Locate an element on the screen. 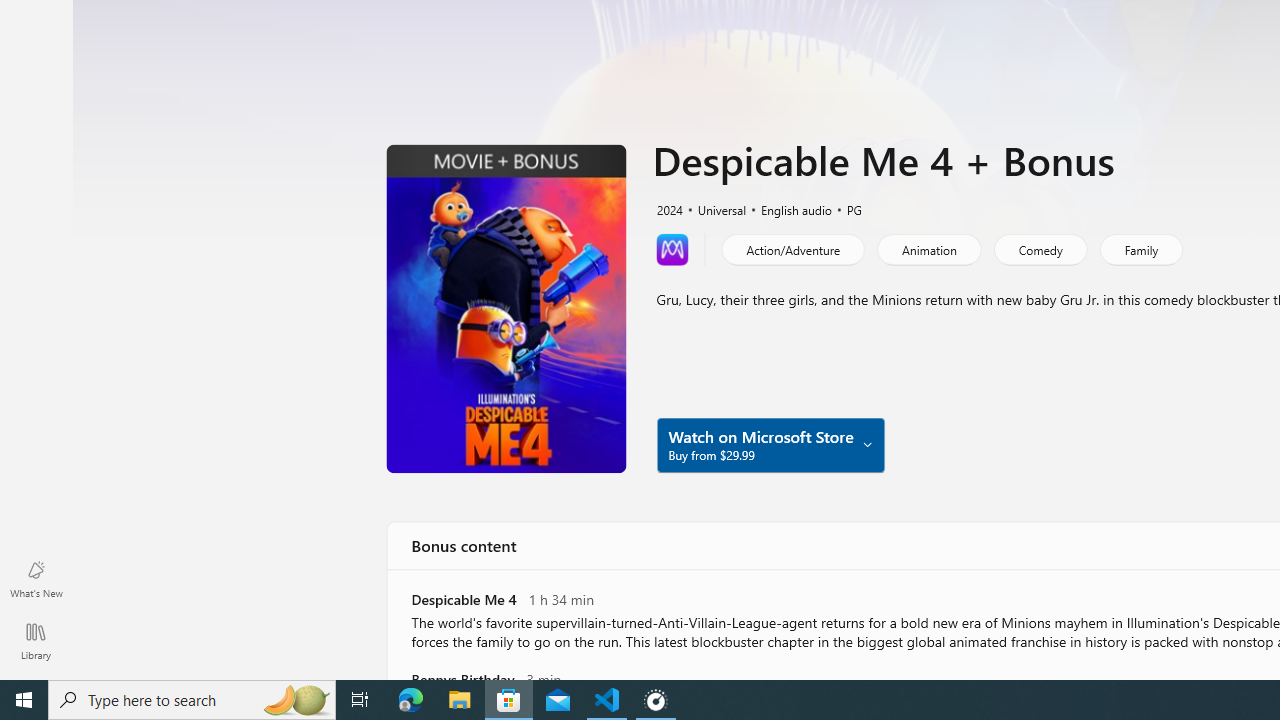 The width and height of the screenshot is (1280, 720). 'Animation' is located at coordinates (927, 248).